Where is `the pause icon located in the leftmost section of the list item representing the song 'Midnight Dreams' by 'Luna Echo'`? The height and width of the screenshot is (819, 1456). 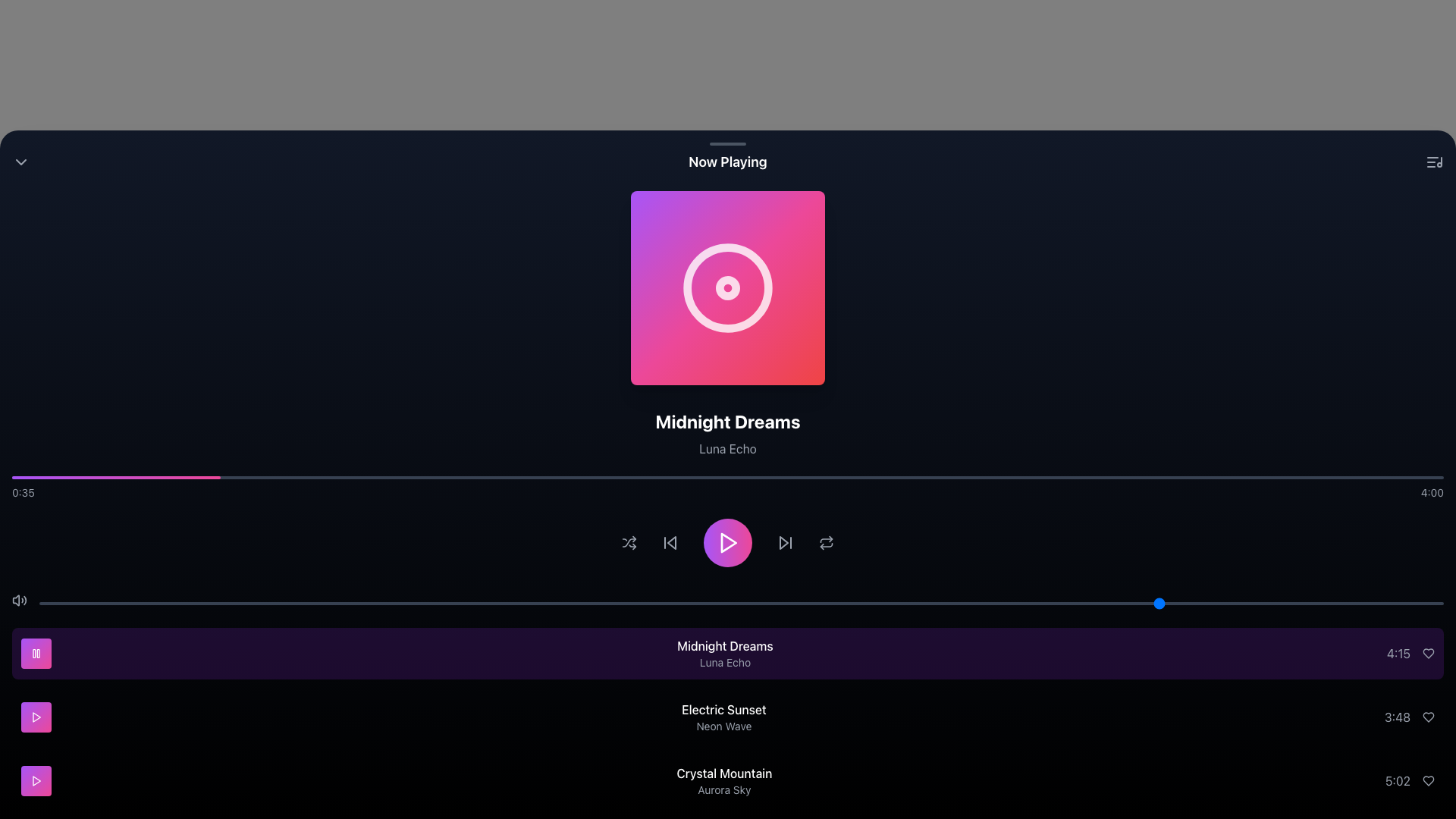 the pause icon located in the leftmost section of the list item representing the song 'Midnight Dreams' by 'Luna Echo' is located at coordinates (36, 652).